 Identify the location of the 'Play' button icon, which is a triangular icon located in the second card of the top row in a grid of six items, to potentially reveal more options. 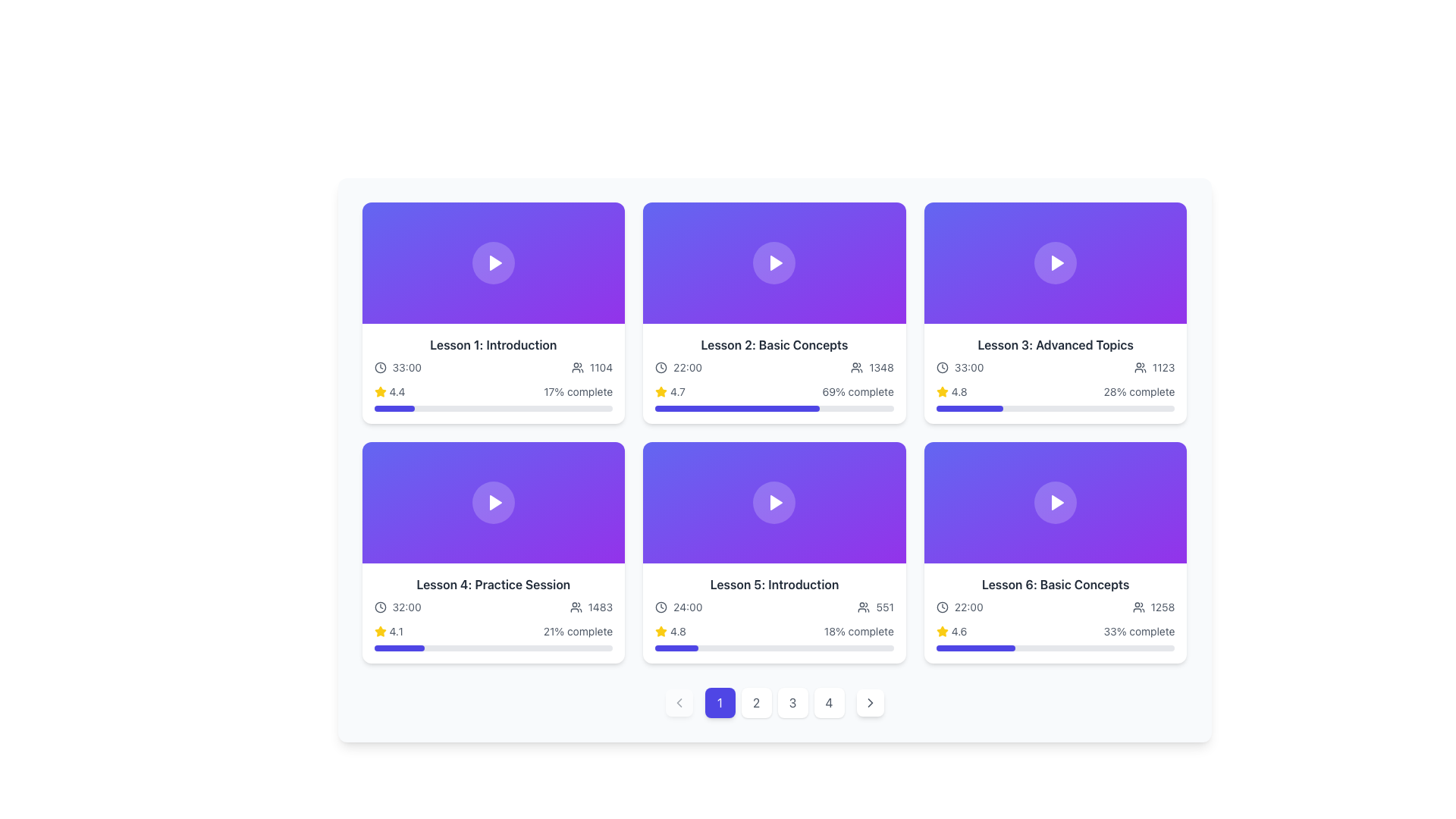
(776, 262).